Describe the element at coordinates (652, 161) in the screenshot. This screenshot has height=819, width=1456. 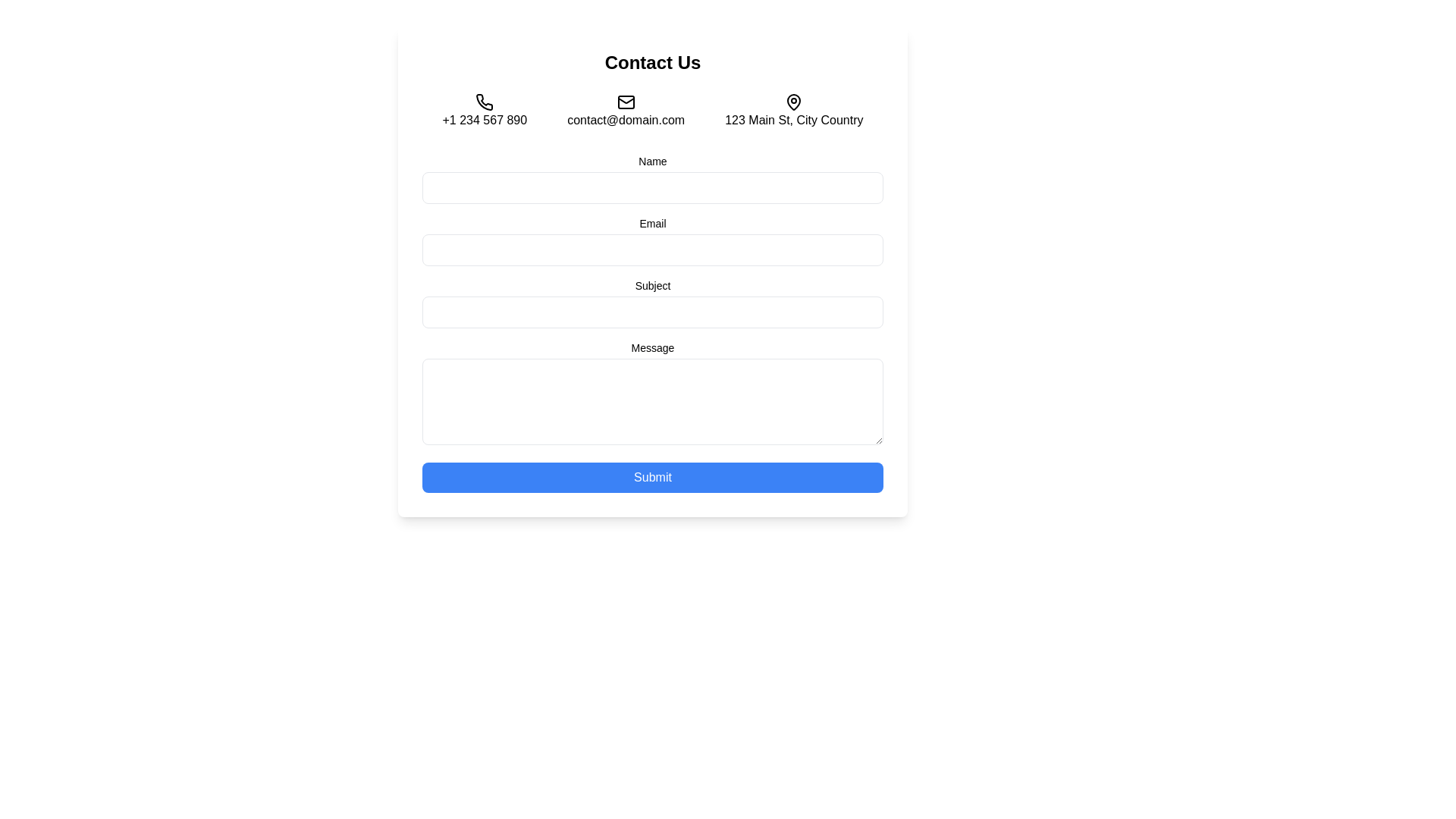
I see `the 'Name' label, which is displayed in bold and medium-sized font, positioned above the name input field in the contact form` at that location.